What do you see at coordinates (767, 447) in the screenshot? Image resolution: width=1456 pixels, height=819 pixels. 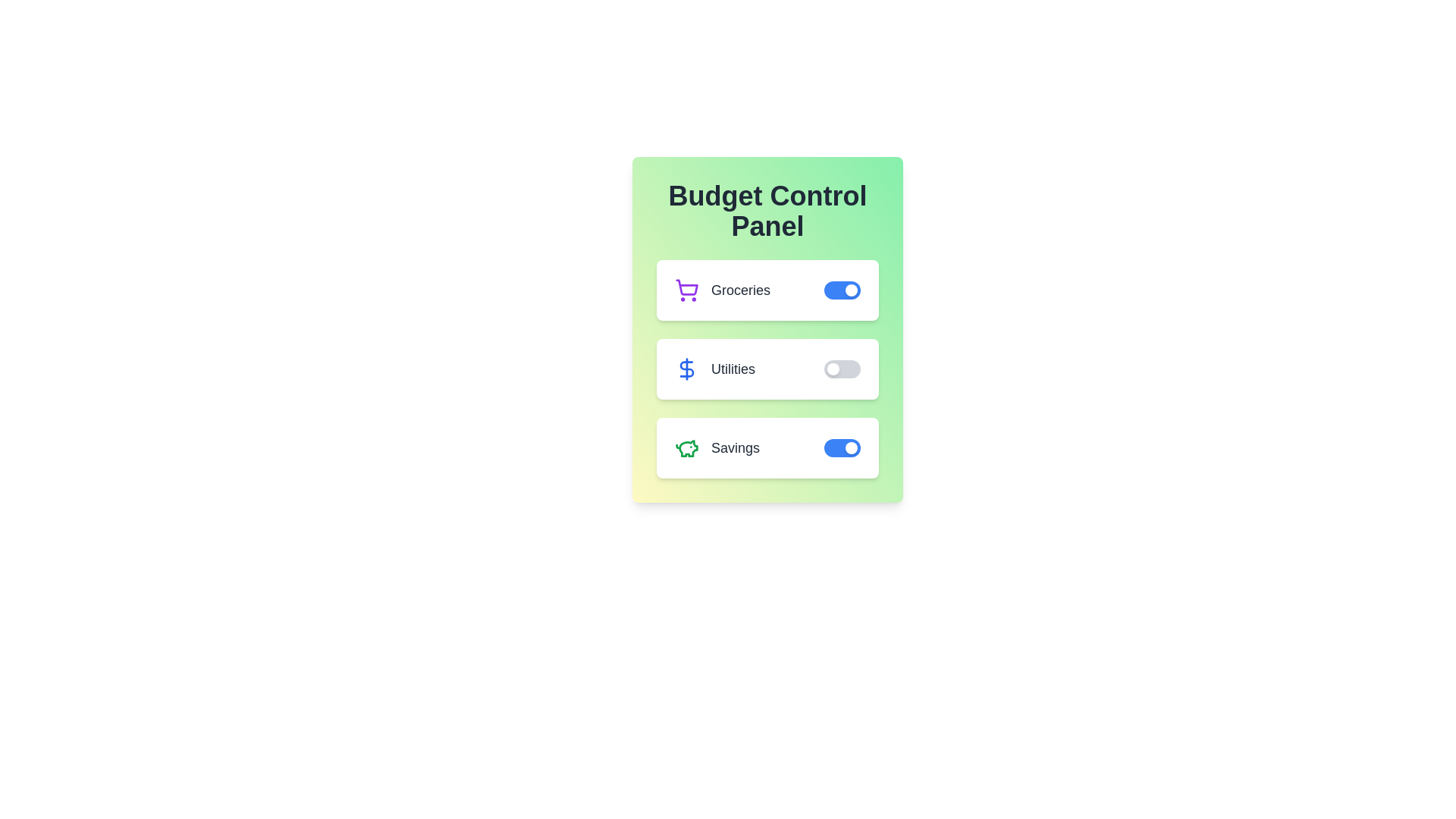 I see `the Savings section to observe its hover effect` at bounding box center [767, 447].